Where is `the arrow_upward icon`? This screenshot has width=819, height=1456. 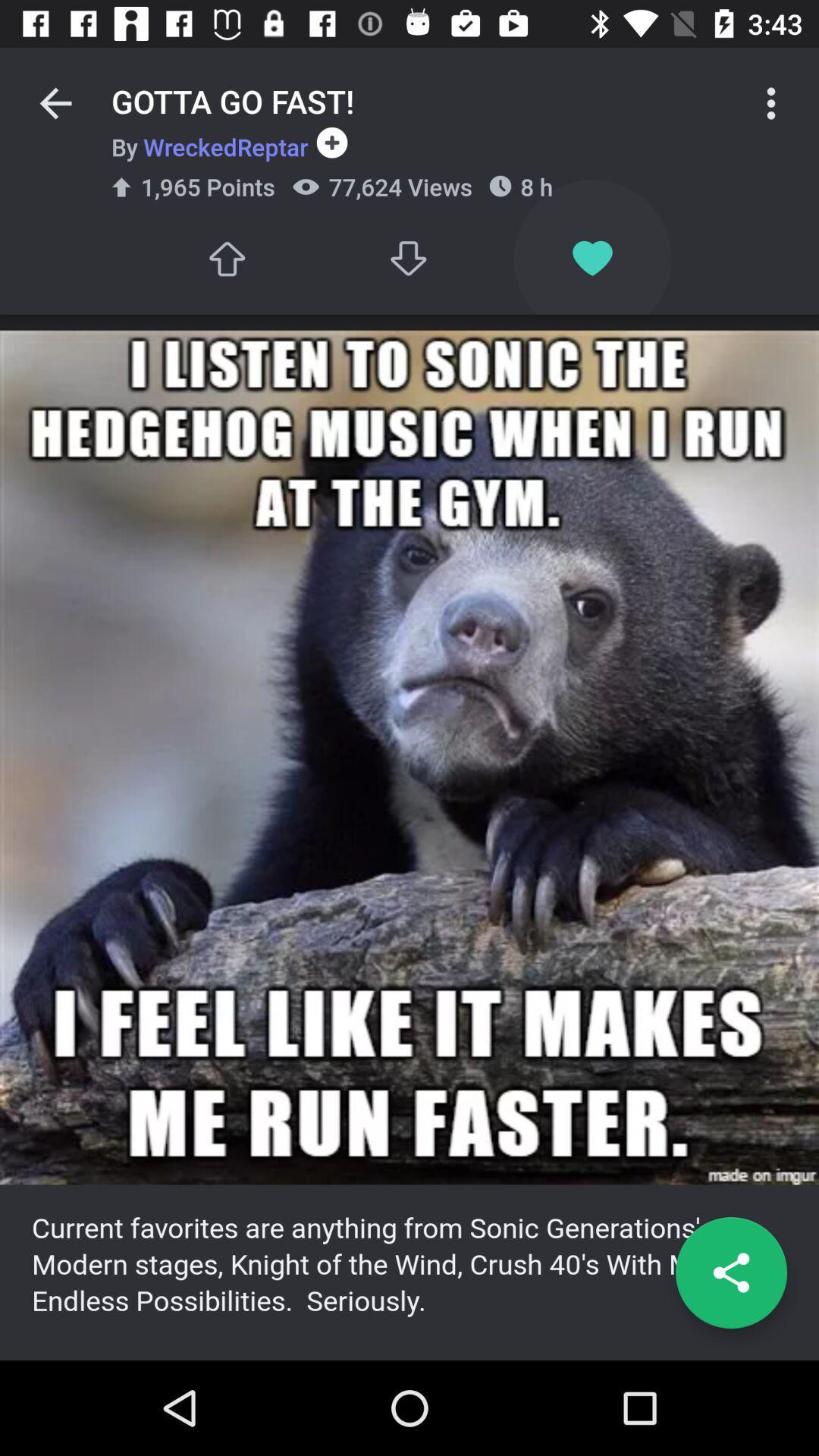
the arrow_upward icon is located at coordinates (226, 259).